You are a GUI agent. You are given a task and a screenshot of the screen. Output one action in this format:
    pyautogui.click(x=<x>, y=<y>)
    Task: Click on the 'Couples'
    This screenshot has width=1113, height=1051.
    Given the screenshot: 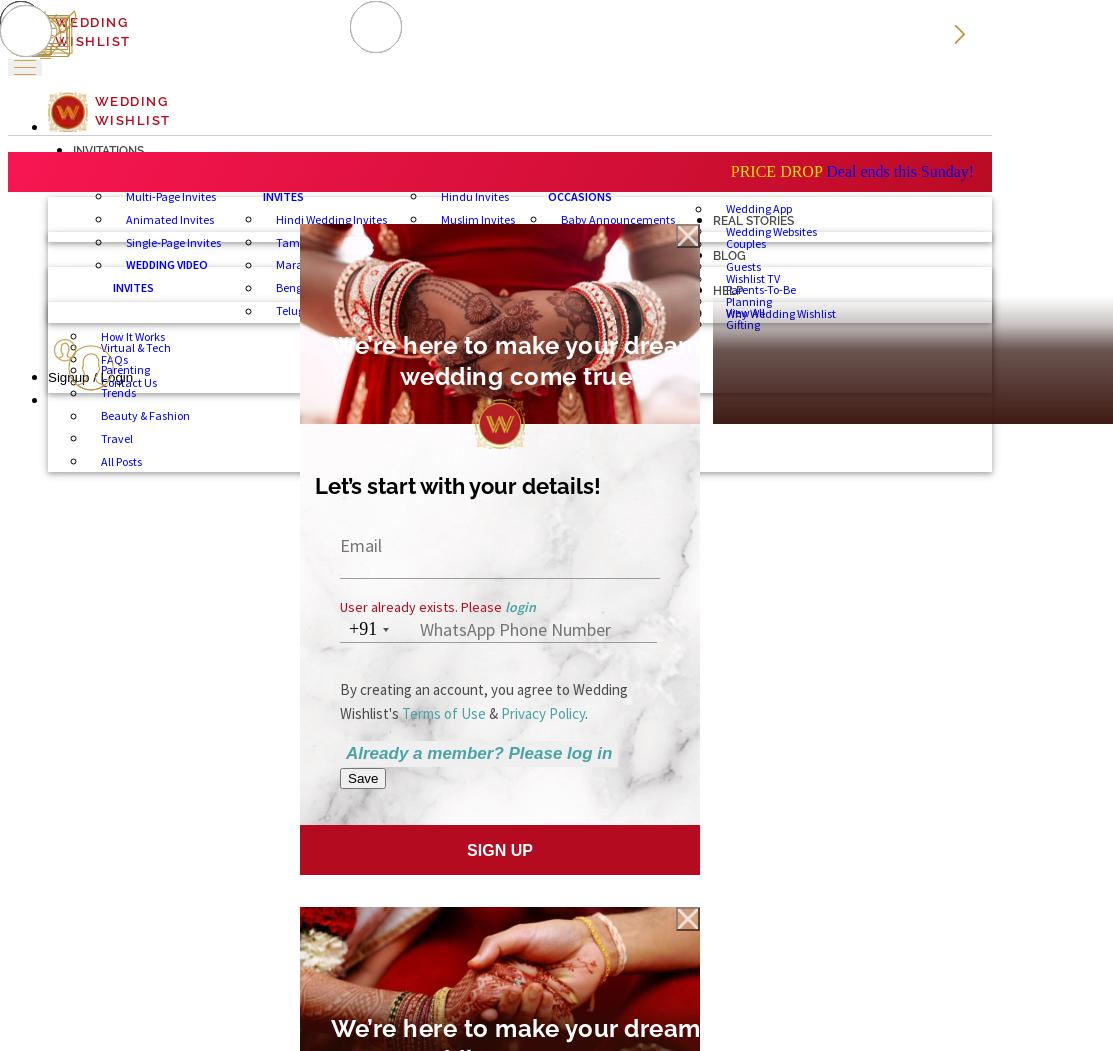 What is the action you would take?
    pyautogui.click(x=744, y=243)
    